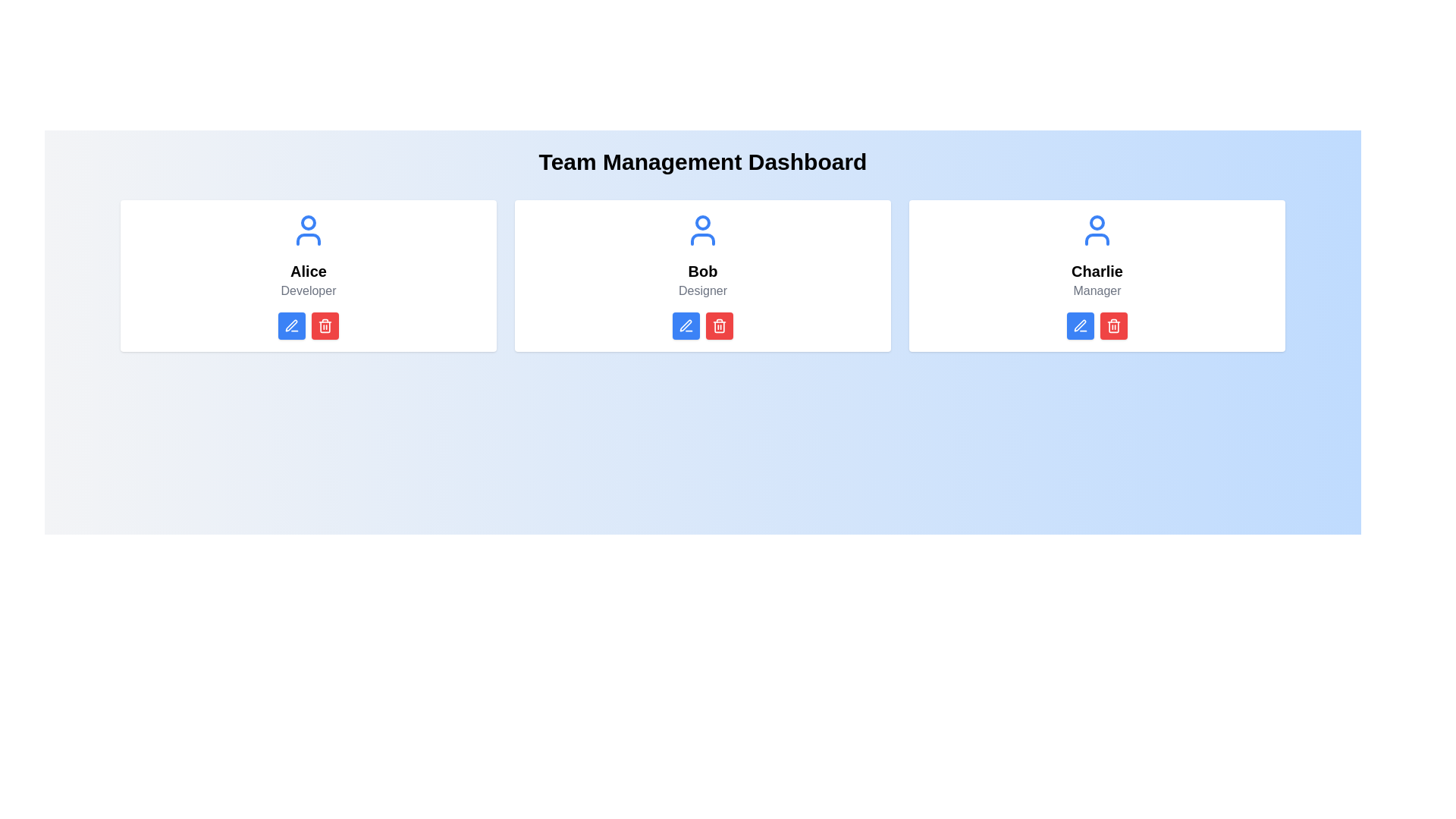  I want to click on the static text label displaying the name 'Bob' within the central user profile summary card, located below the user icon and above the label 'Designer', so click(701, 271).